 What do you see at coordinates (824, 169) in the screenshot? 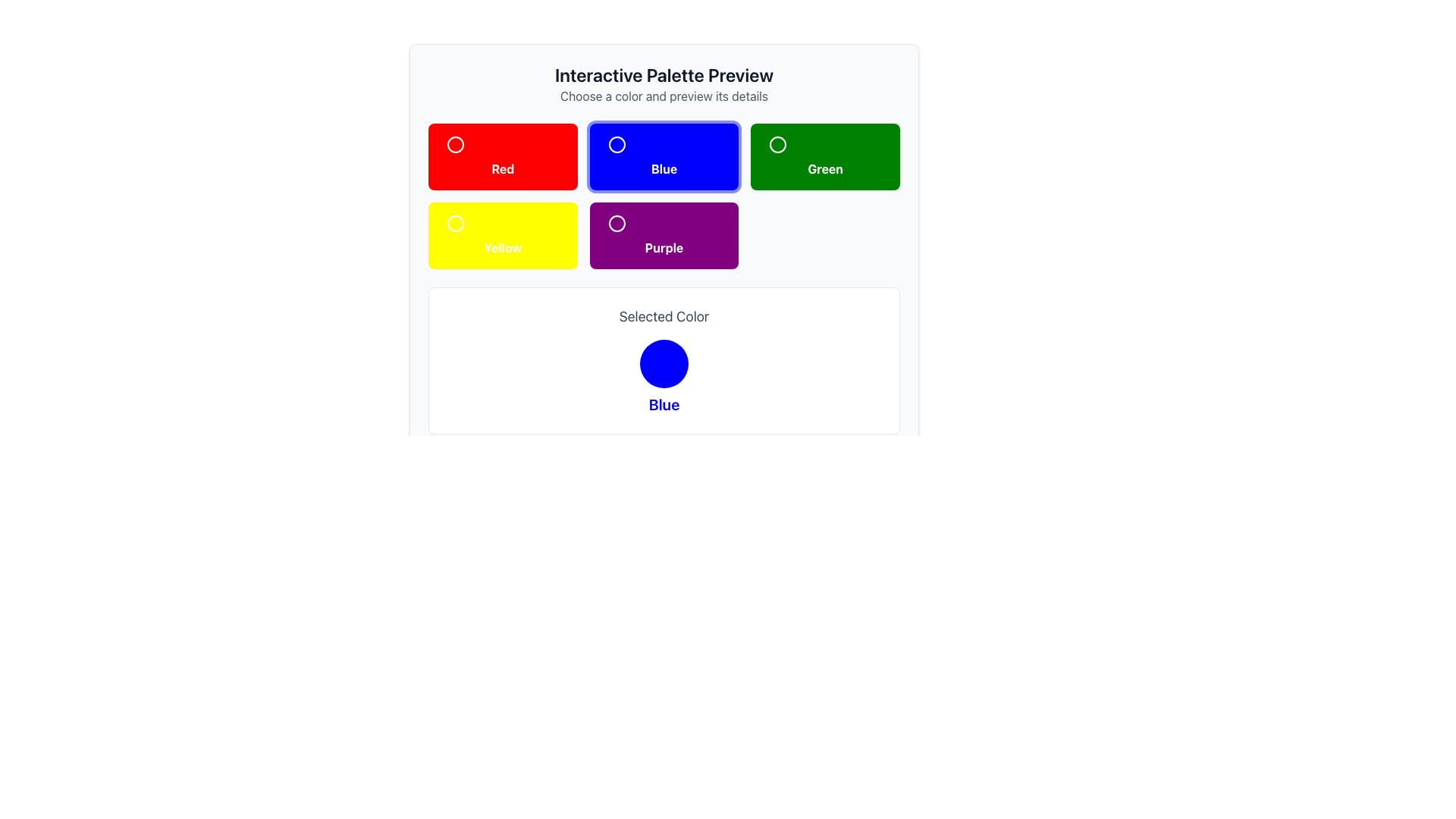
I see `the bold white text 'Green' which is centrally aligned within a green rectangular button located in the top-right corner of a button grid` at bounding box center [824, 169].